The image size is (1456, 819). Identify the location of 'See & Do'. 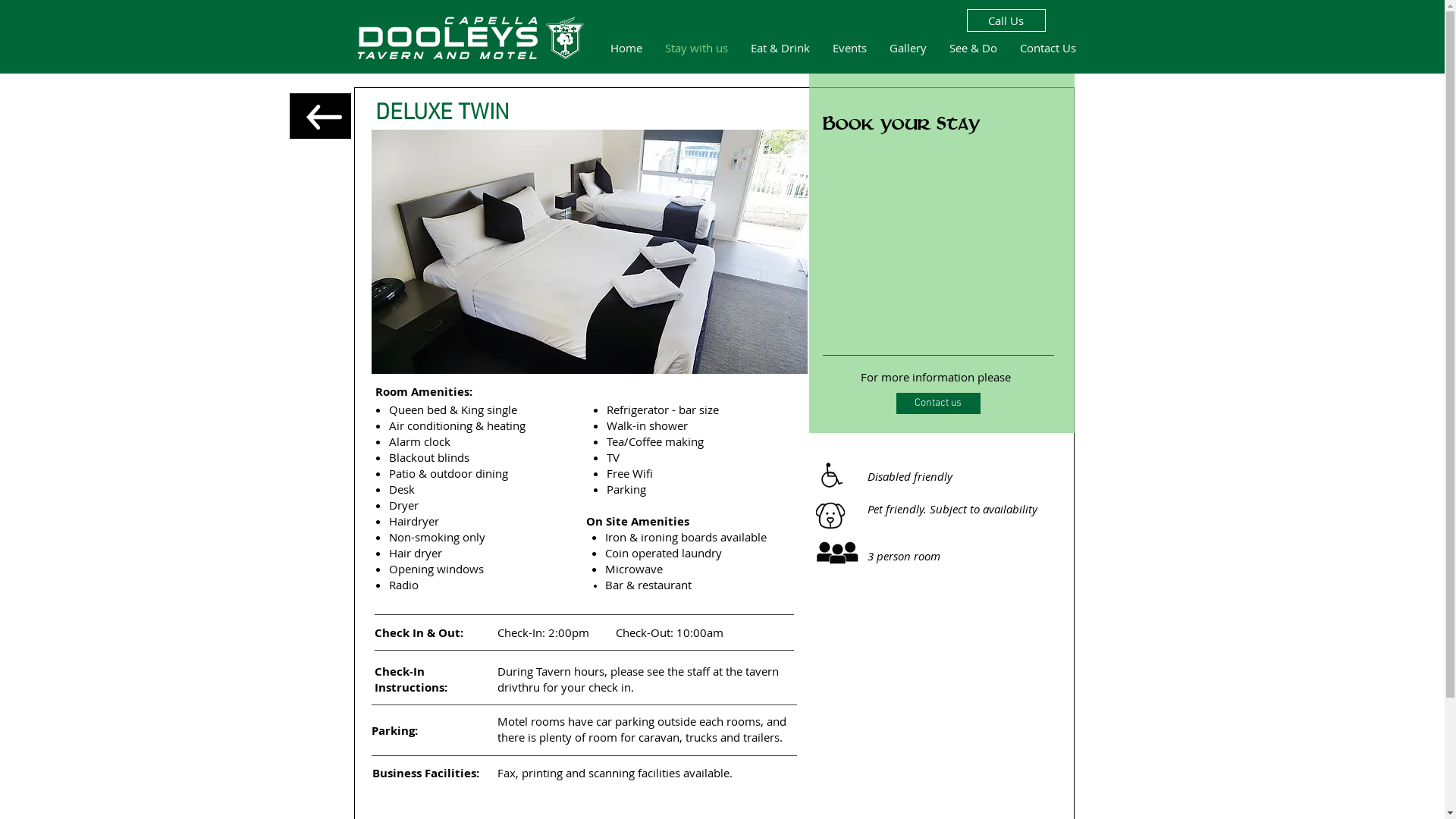
(937, 46).